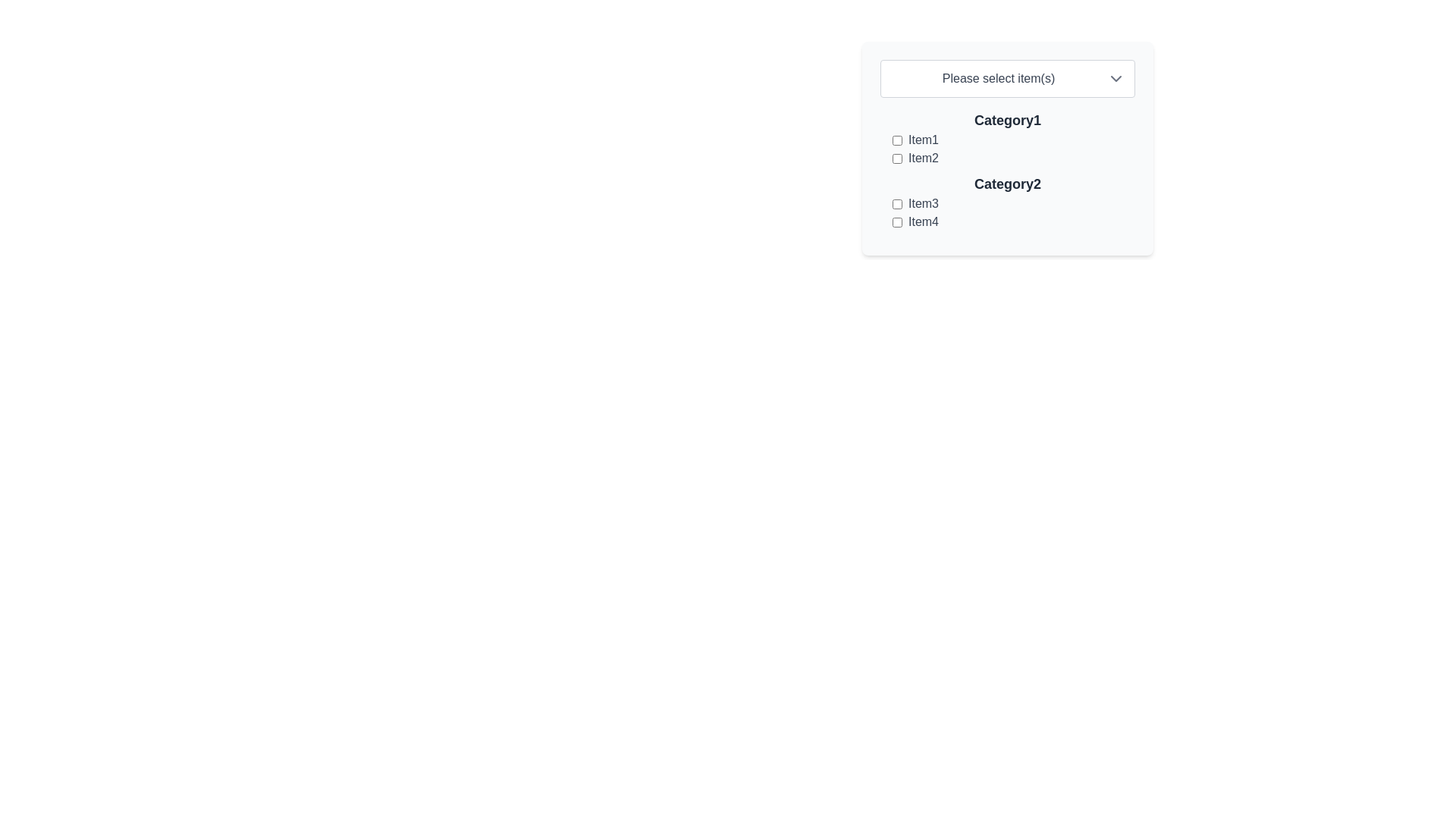 The height and width of the screenshot is (819, 1456). What do you see at coordinates (1116, 79) in the screenshot?
I see `the downward-pointing gray chevron icon located in the dropdown area next to the label 'Please select item(s)'` at bounding box center [1116, 79].